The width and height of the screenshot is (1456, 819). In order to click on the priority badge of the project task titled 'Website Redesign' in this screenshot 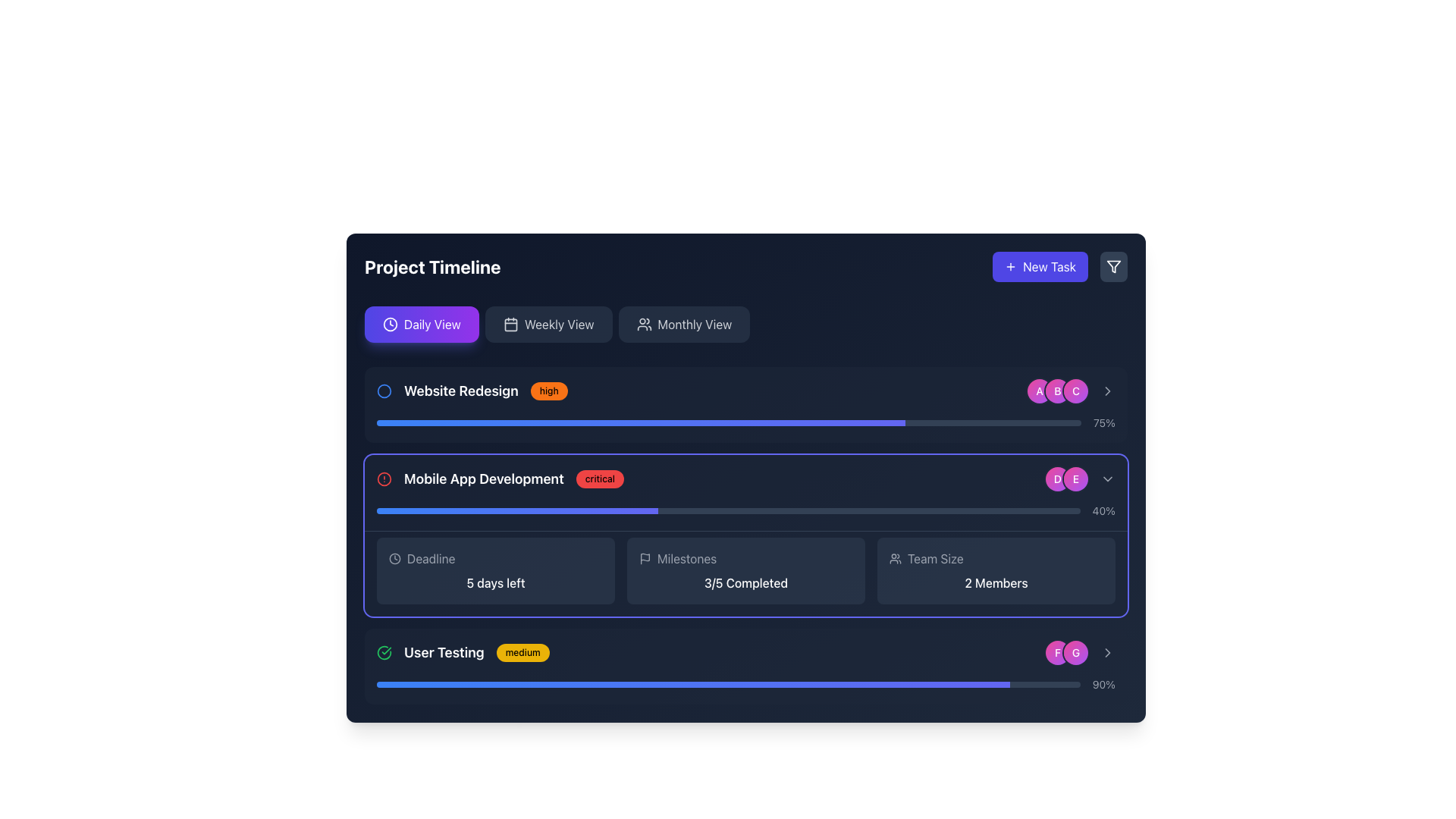, I will do `click(471, 391)`.